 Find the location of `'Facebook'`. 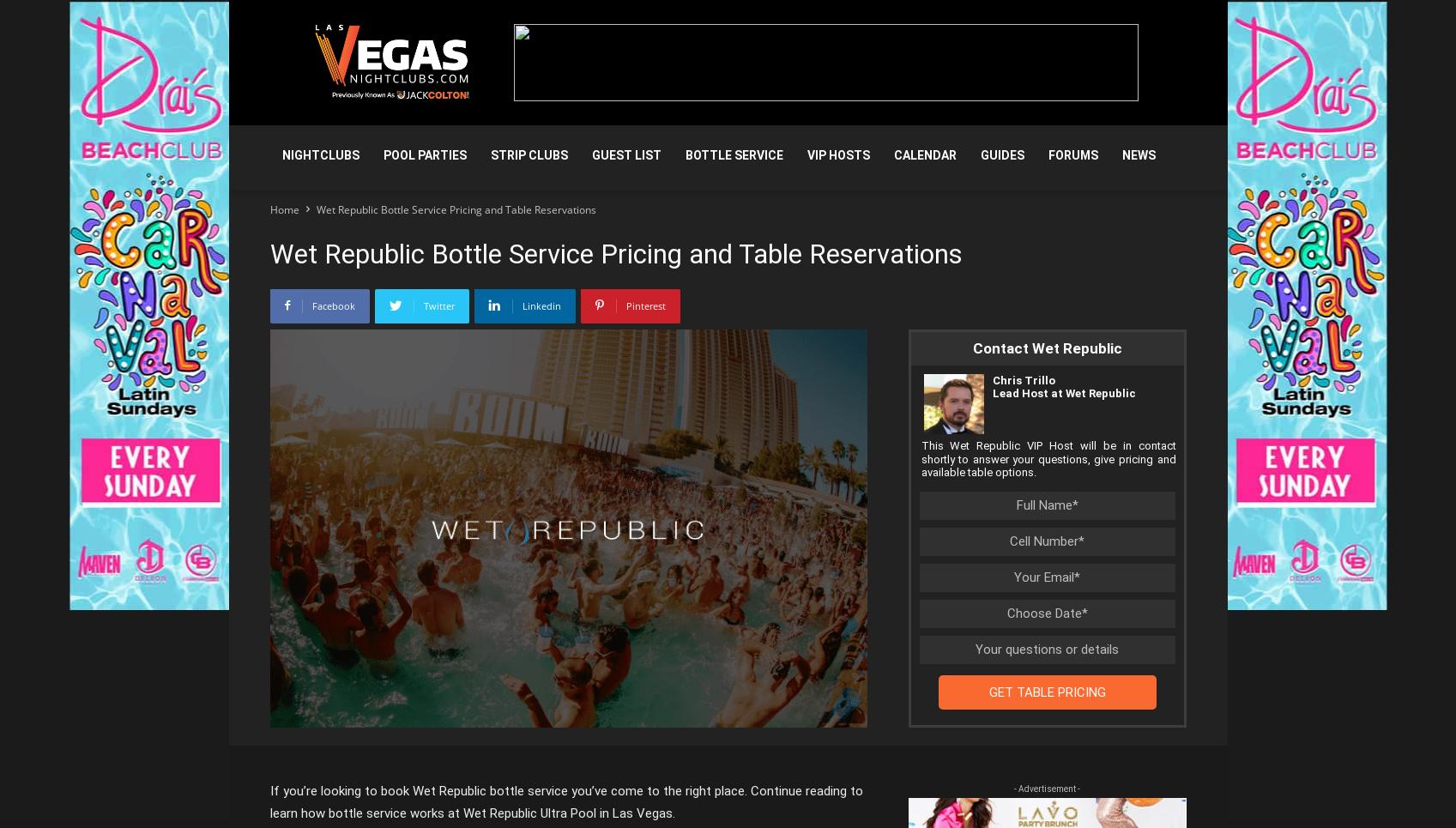

'Facebook' is located at coordinates (331, 305).